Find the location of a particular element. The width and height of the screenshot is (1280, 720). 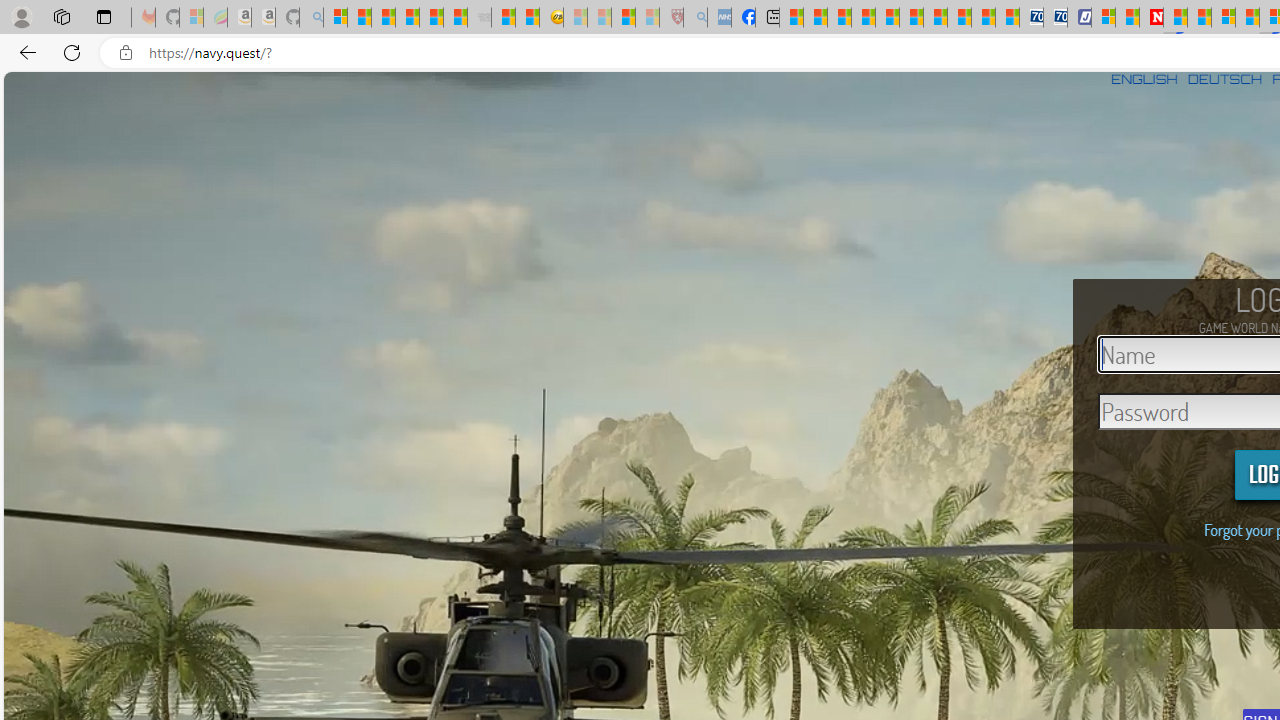

'World - MSN' is located at coordinates (839, 17).